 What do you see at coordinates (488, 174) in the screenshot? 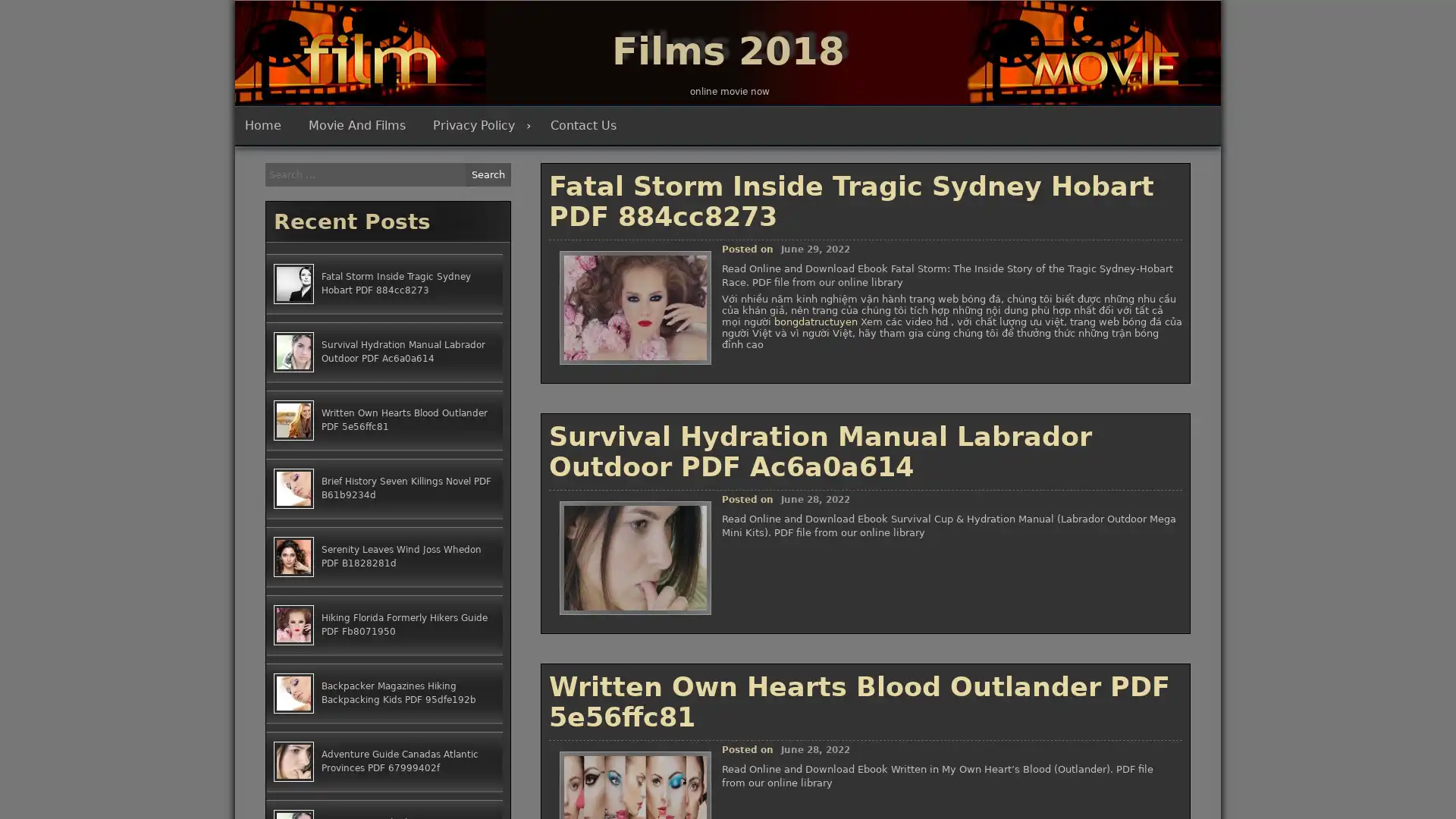
I see `Search` at bounding box center [488, 174].